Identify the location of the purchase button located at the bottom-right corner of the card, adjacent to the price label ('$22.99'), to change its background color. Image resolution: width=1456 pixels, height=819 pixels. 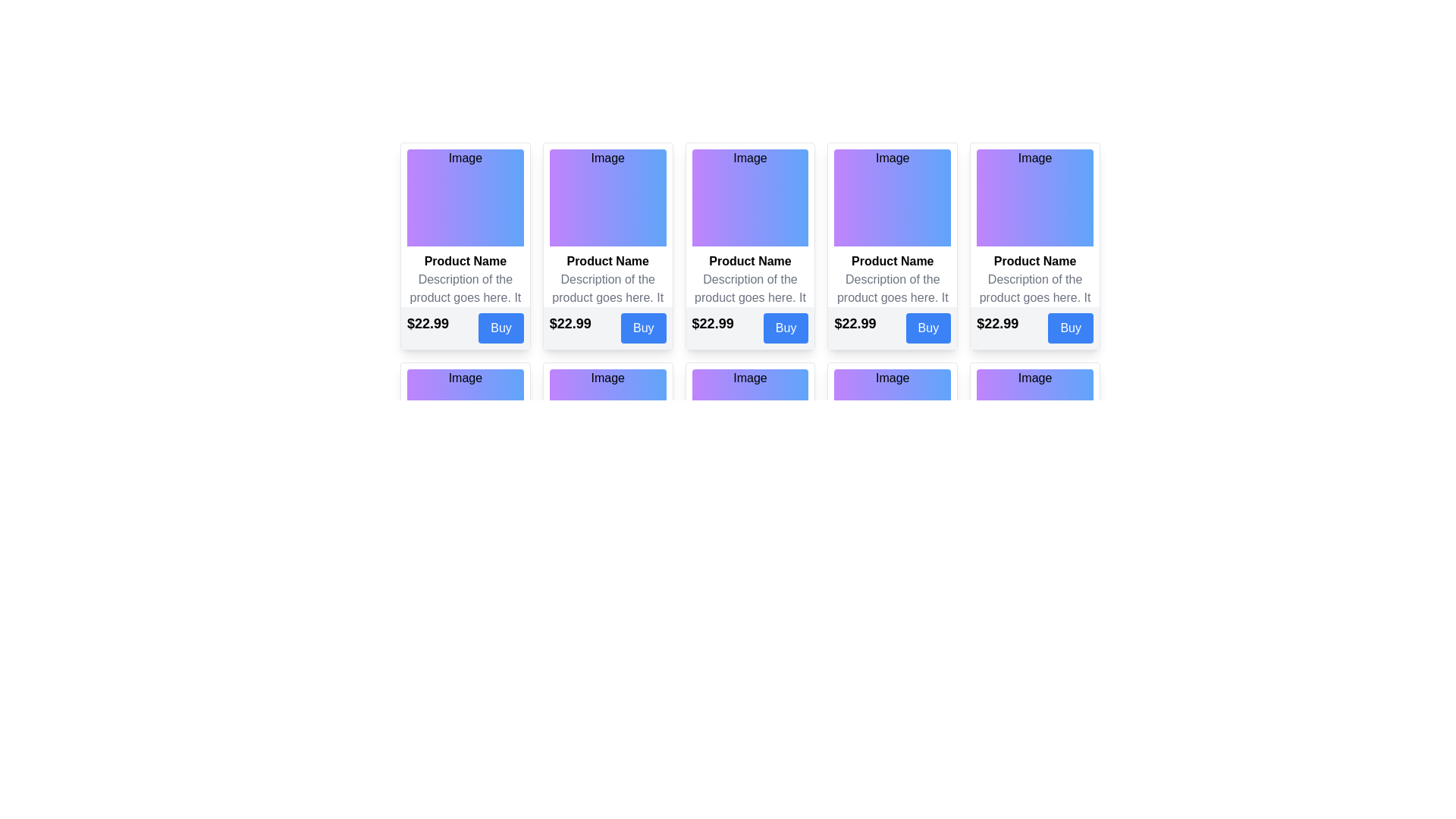
(927, 327).